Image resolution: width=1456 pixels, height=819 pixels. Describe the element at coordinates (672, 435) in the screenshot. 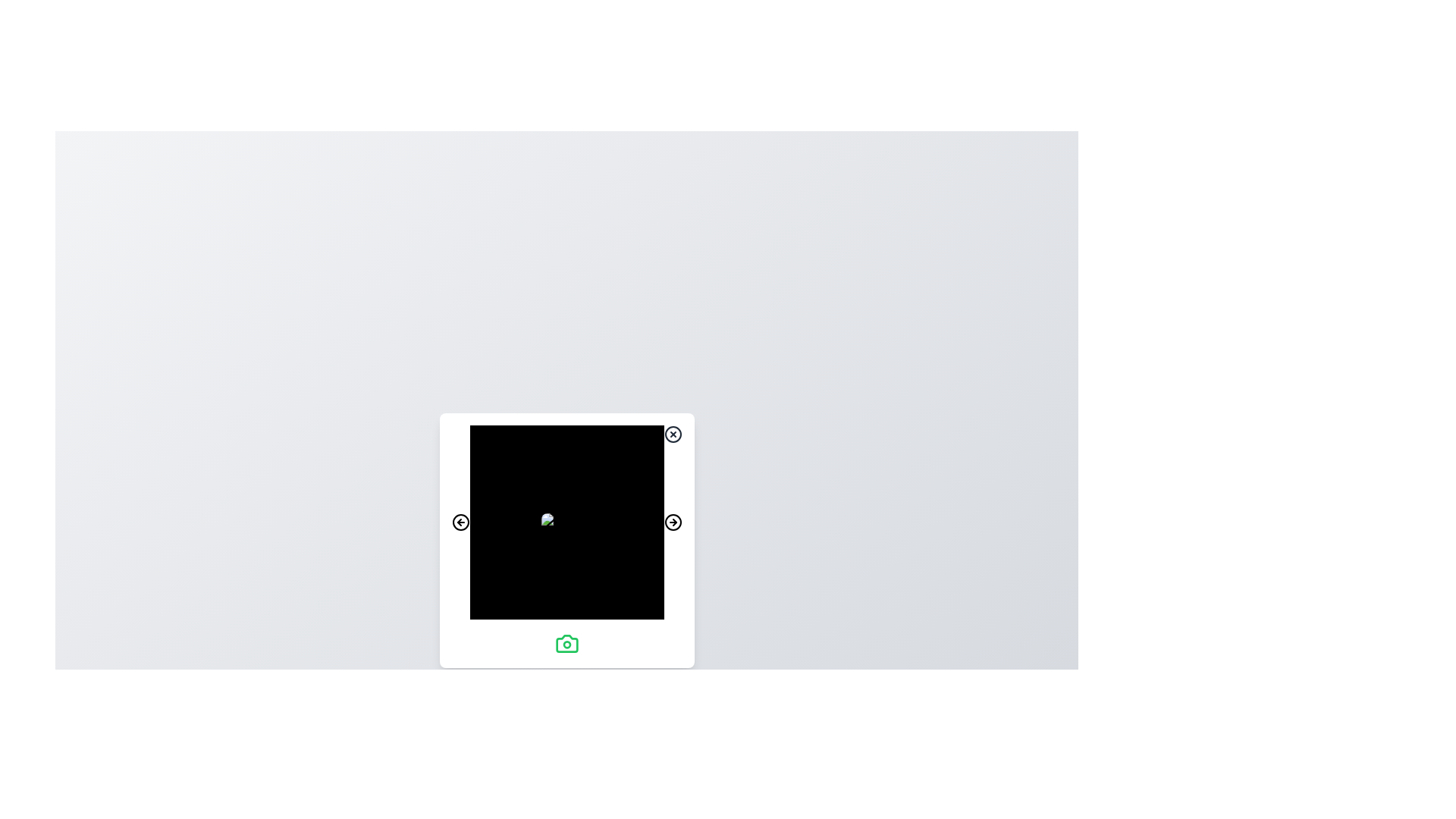

I see `the circle representing the 'close' icon functionality located in the top-right corner of the square-shaped group at the bottom part of the interface` at that location.